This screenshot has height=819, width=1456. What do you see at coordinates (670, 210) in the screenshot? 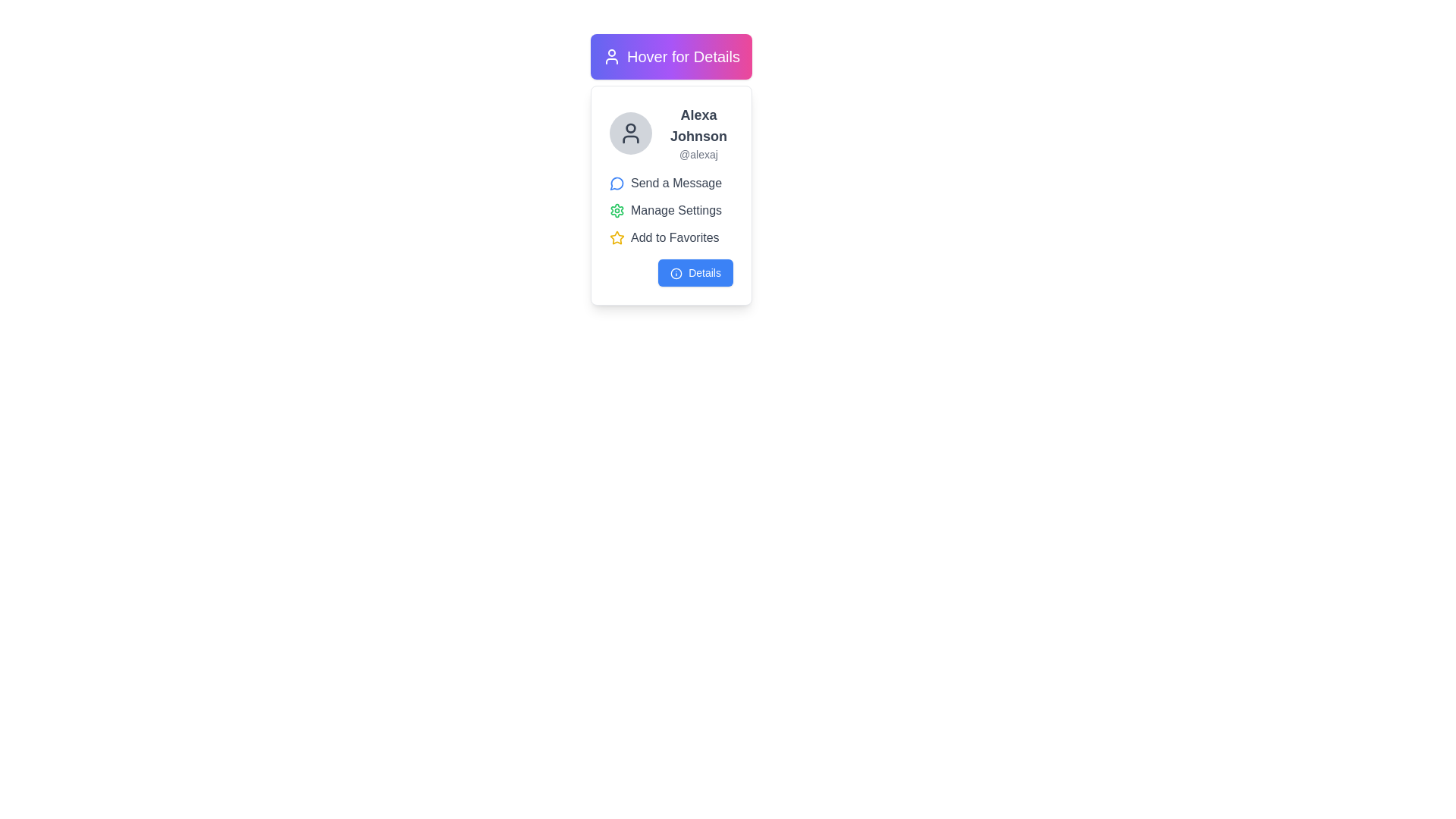
I see `the Action button located in the central section of the card interface, positioned beneath 'Send a Message' and above 'Add to Favorites', to initiate the settings management action` at bounding box center [670, 210].